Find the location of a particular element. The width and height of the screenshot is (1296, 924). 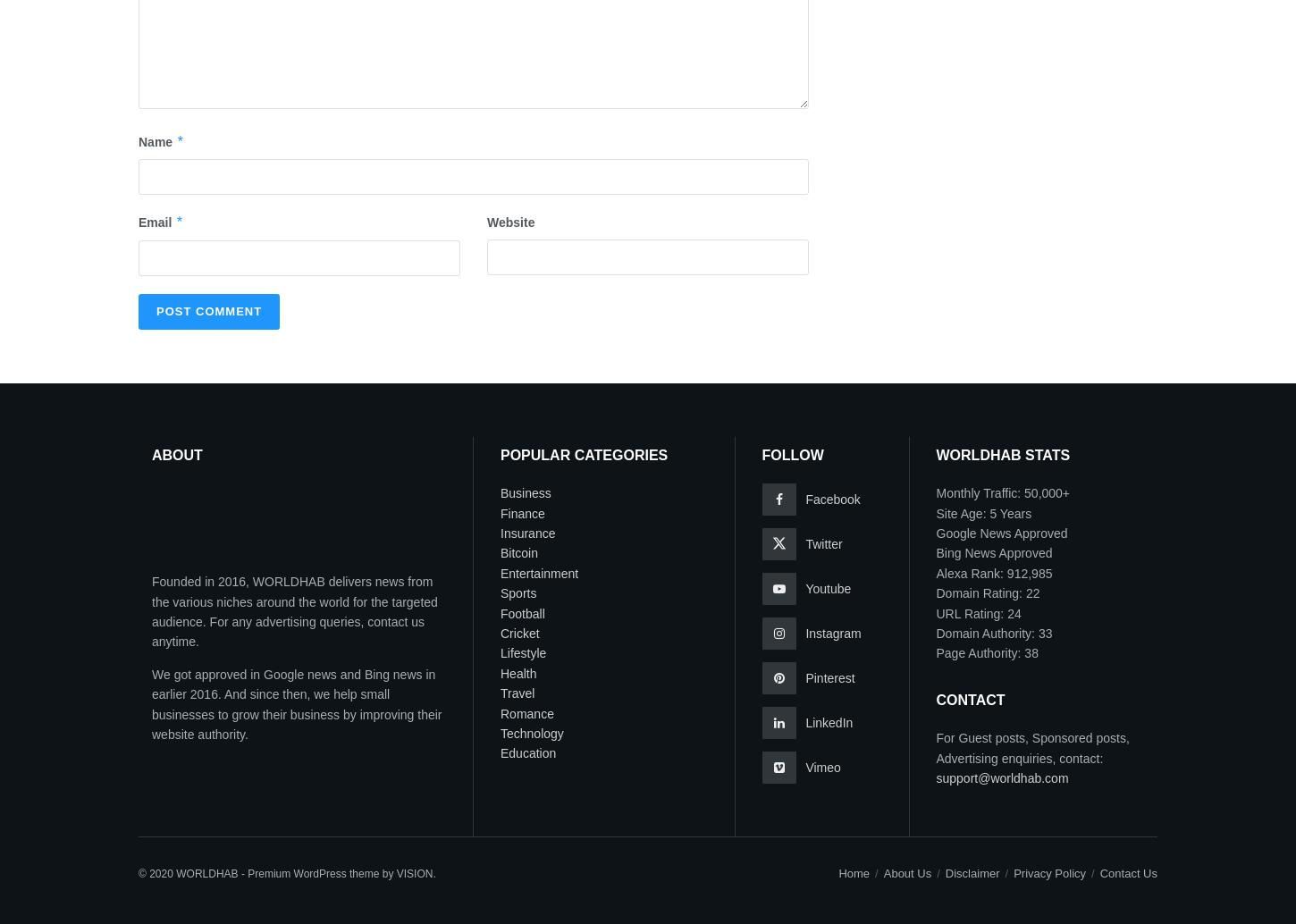

'Finance' is located at coordinates (522, 512).